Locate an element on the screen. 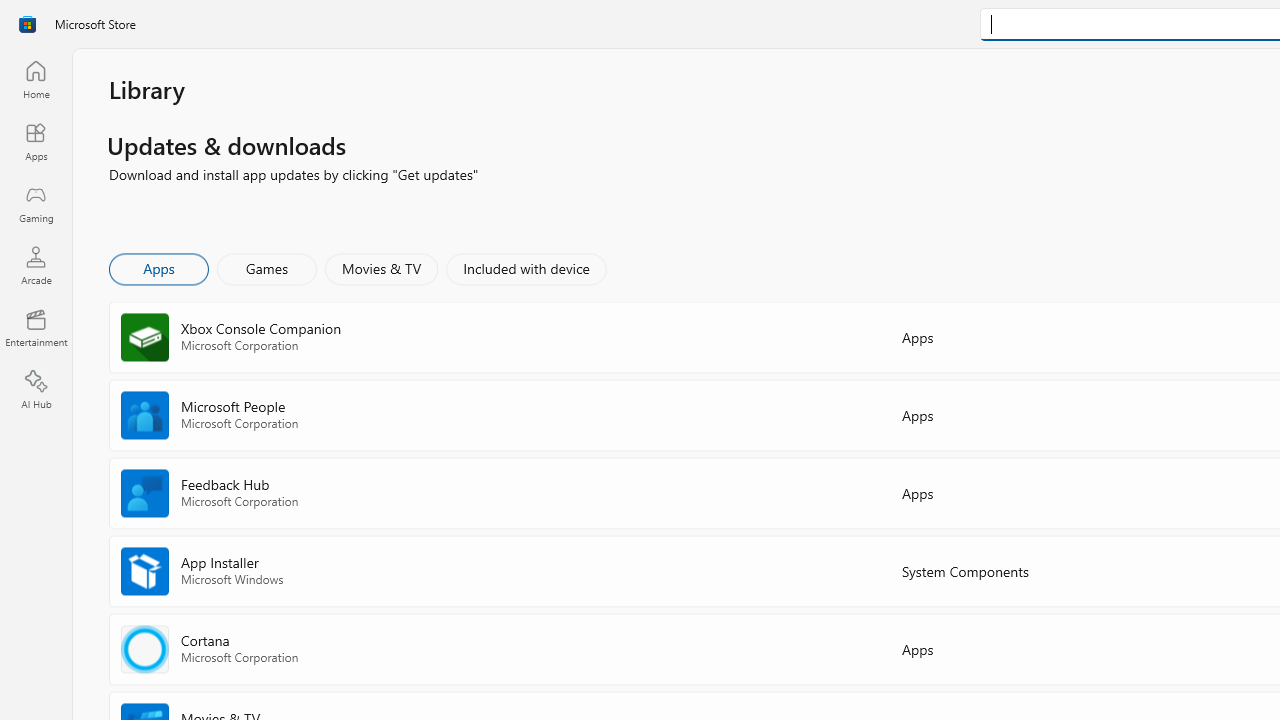 The height and width of the screenshot is (720, 1280). 'AI Hub' is located at coordinates (35, 390).